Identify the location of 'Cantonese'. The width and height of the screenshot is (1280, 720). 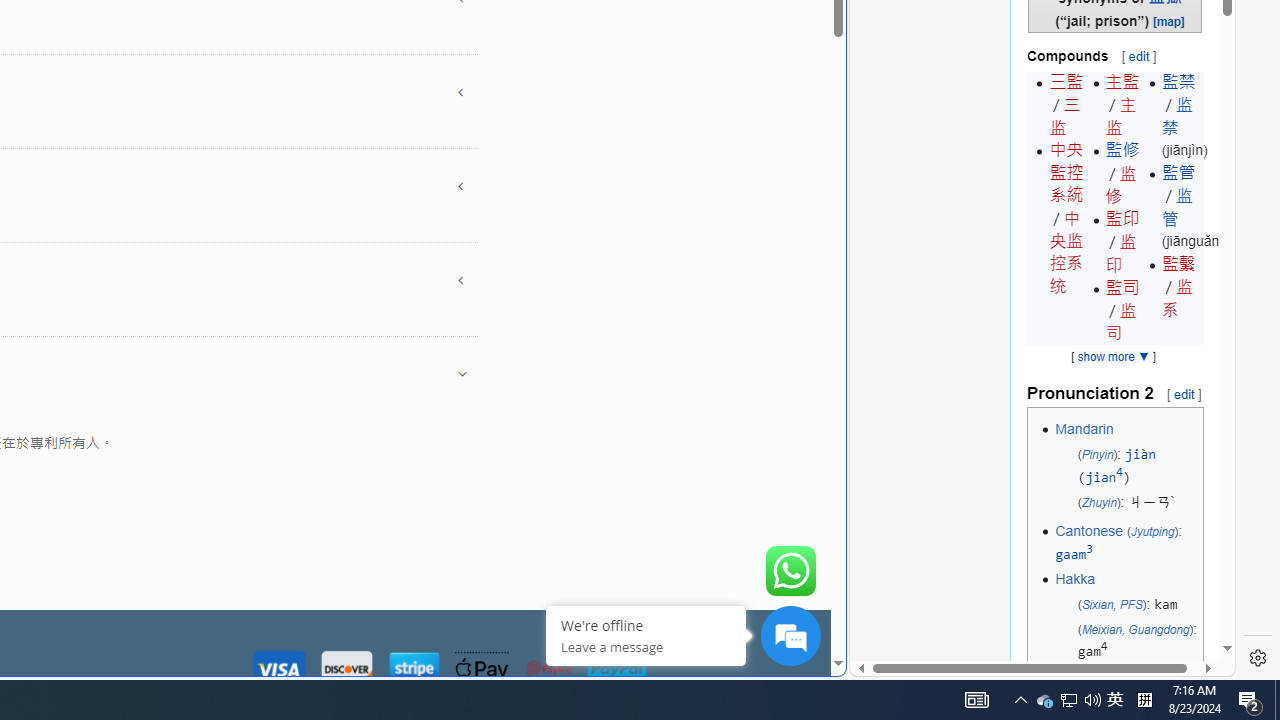
(1088, 530).